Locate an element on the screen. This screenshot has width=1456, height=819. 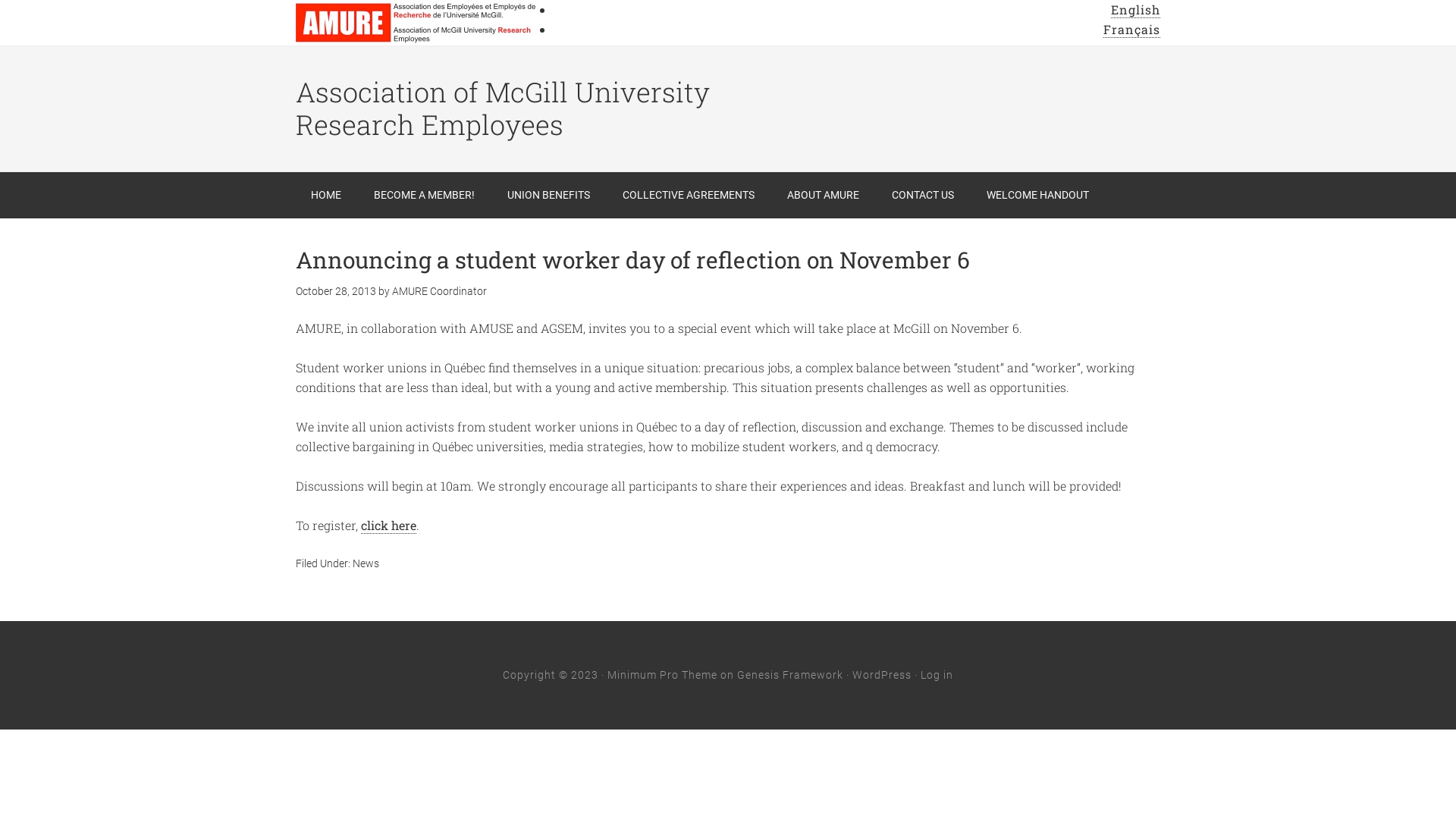
'English' is located at coordinates (1135, 9).